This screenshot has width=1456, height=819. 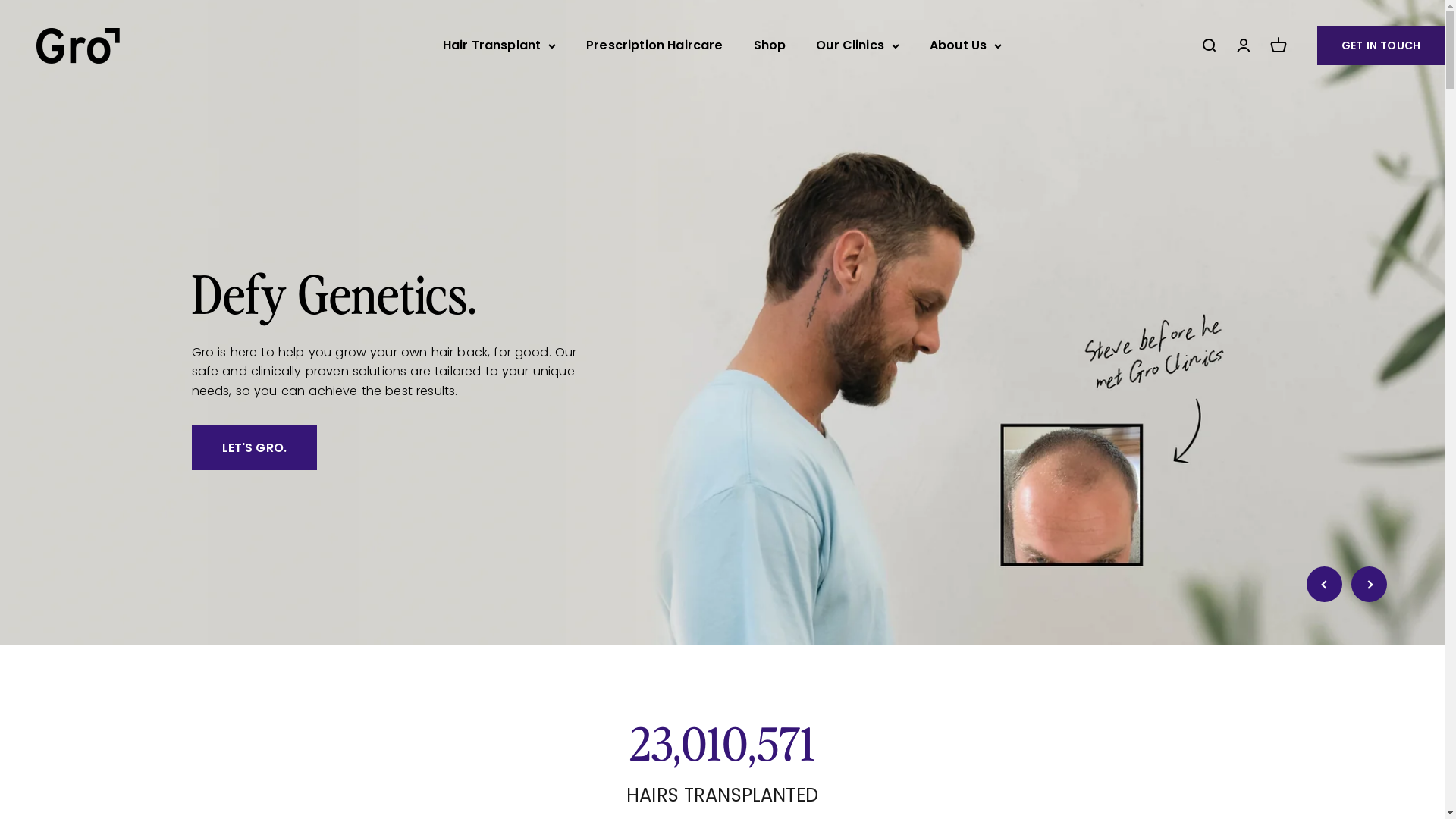 I want to click on 'Open search', so click(x=1207, y=45).